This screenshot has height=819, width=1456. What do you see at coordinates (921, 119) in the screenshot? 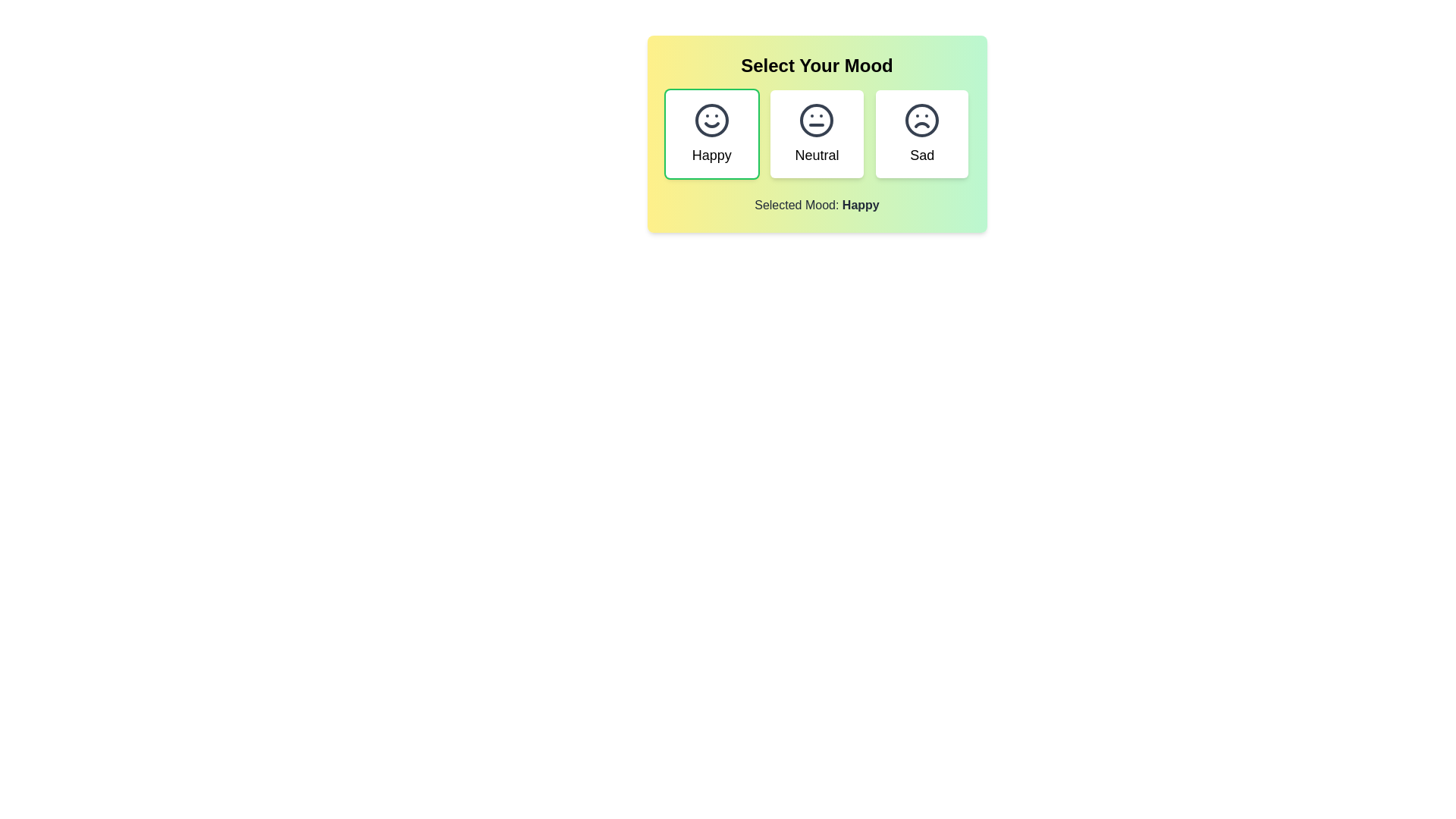
I see `the circular graphical element indicating the 'sad' mood option, which is the third option in the mood selection panel located below the text 'Sad'` at bounding box center [921, 119].